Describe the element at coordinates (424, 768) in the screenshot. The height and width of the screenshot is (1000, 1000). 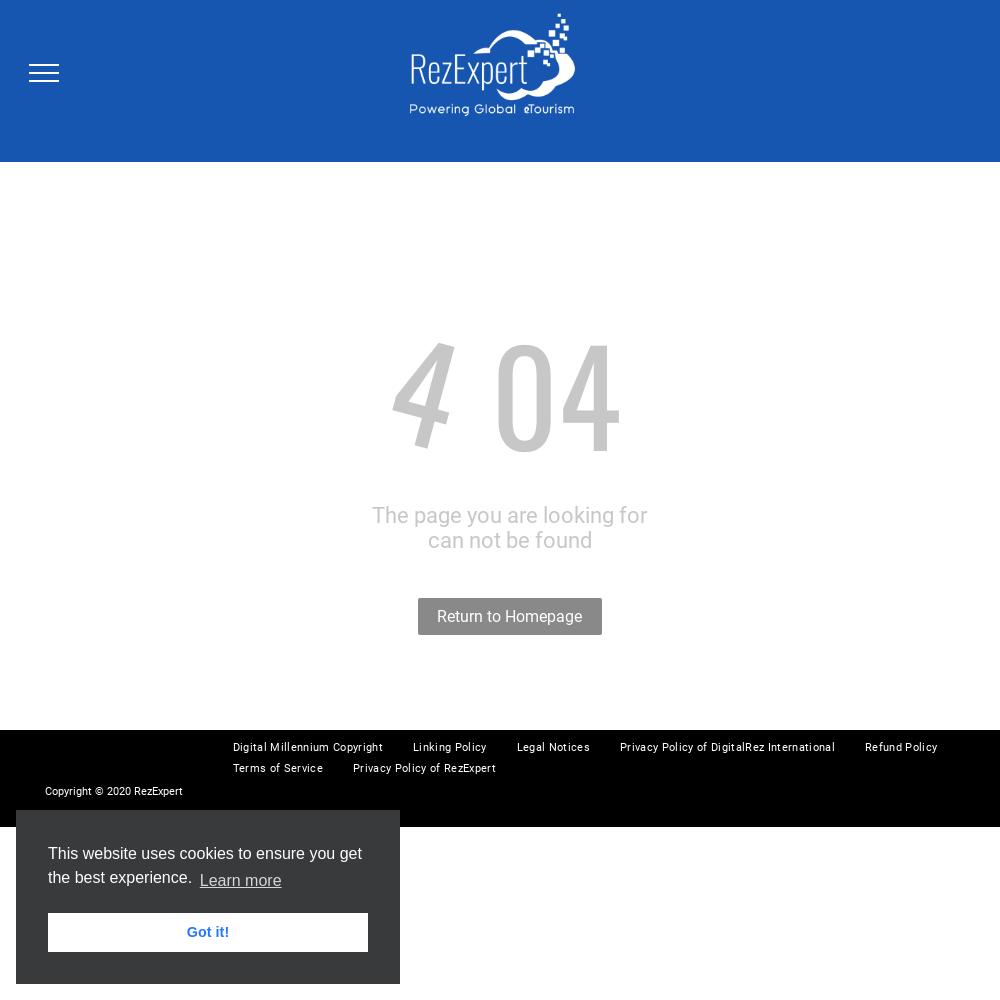
I see `'Privacy Policy of RezExpert'` at that location.